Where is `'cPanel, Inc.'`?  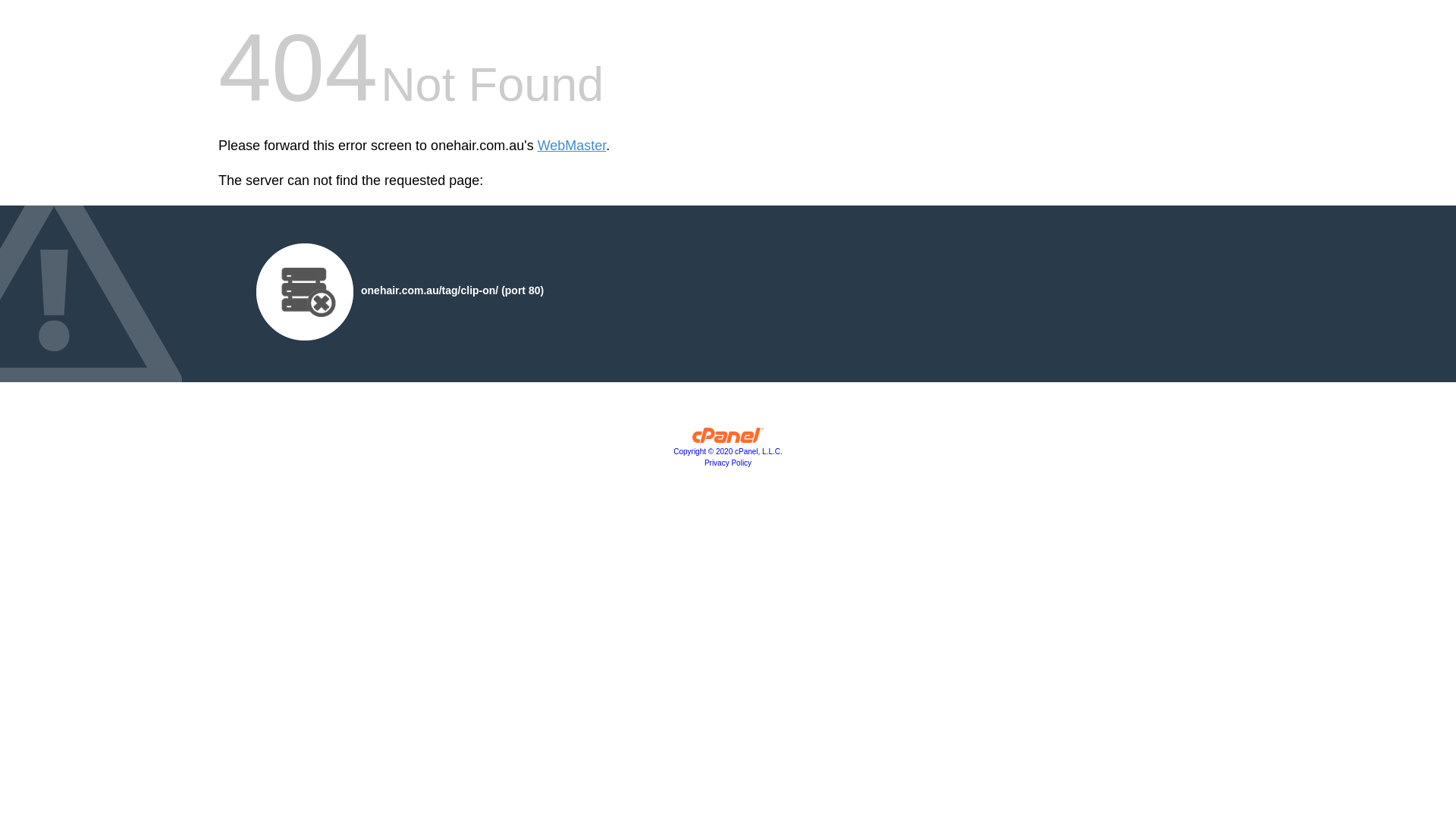
'cPanel, Inc.' is located at coordinates (728, 438).